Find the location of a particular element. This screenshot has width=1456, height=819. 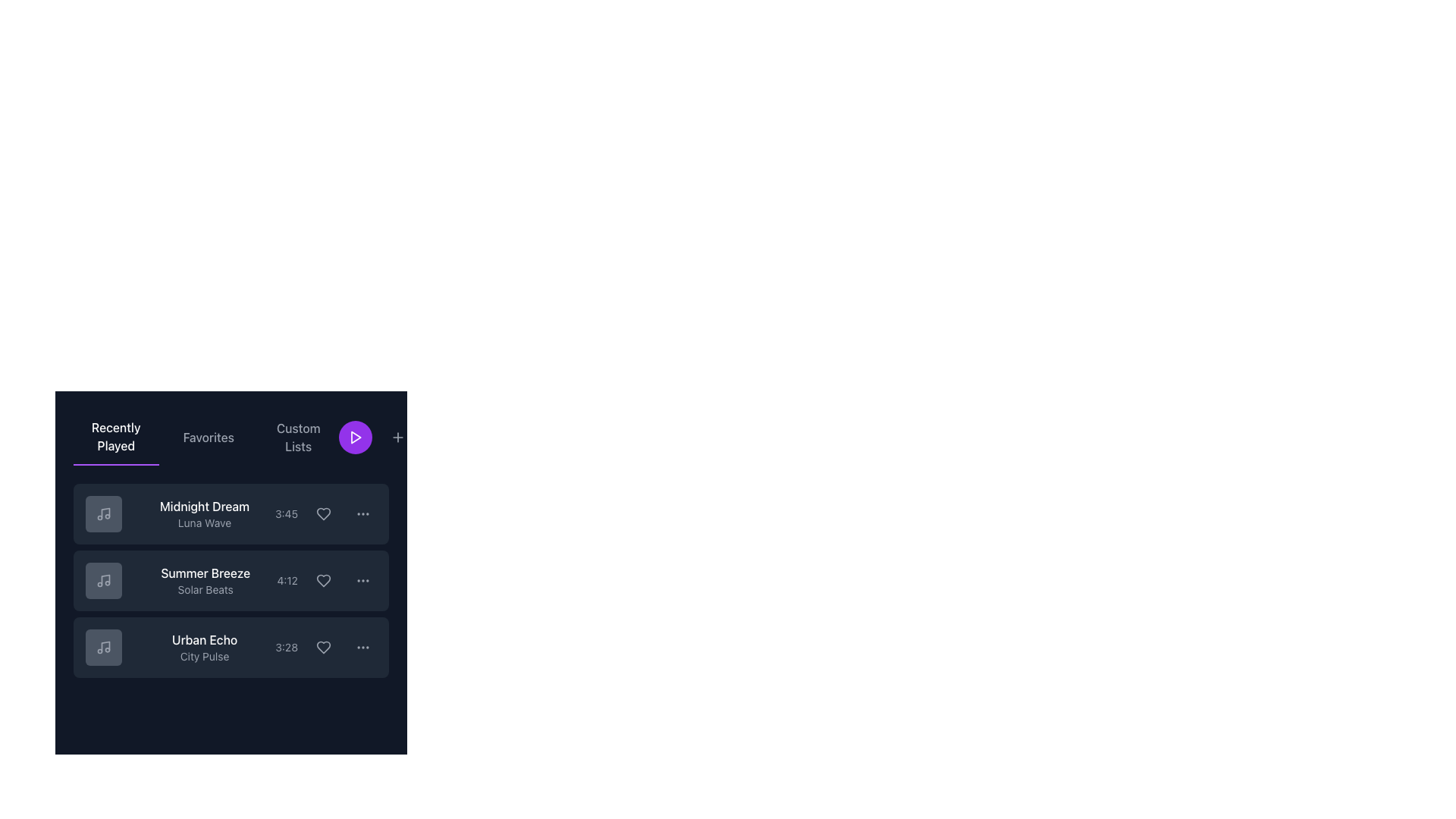

the gray musical note icon representing the song 'Midnight Dream' by Luna Wave, located in the list of recently played items is located at coordinates (103, 513).